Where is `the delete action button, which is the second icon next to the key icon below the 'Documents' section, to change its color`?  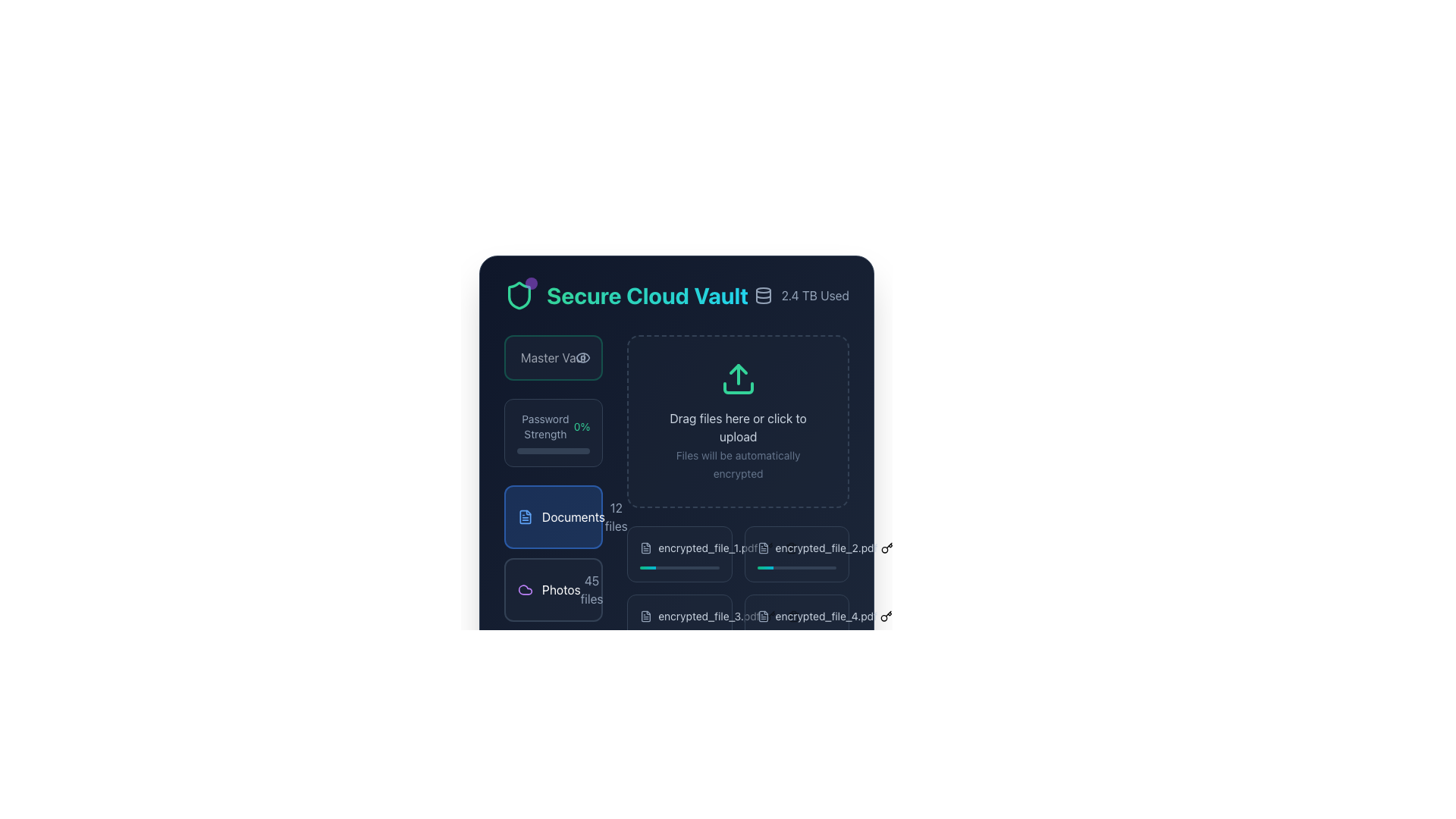 the delete action button, which is the second icon next to the key icon below the 'Documents' section, to change its color is located at coordinates (790, 548).